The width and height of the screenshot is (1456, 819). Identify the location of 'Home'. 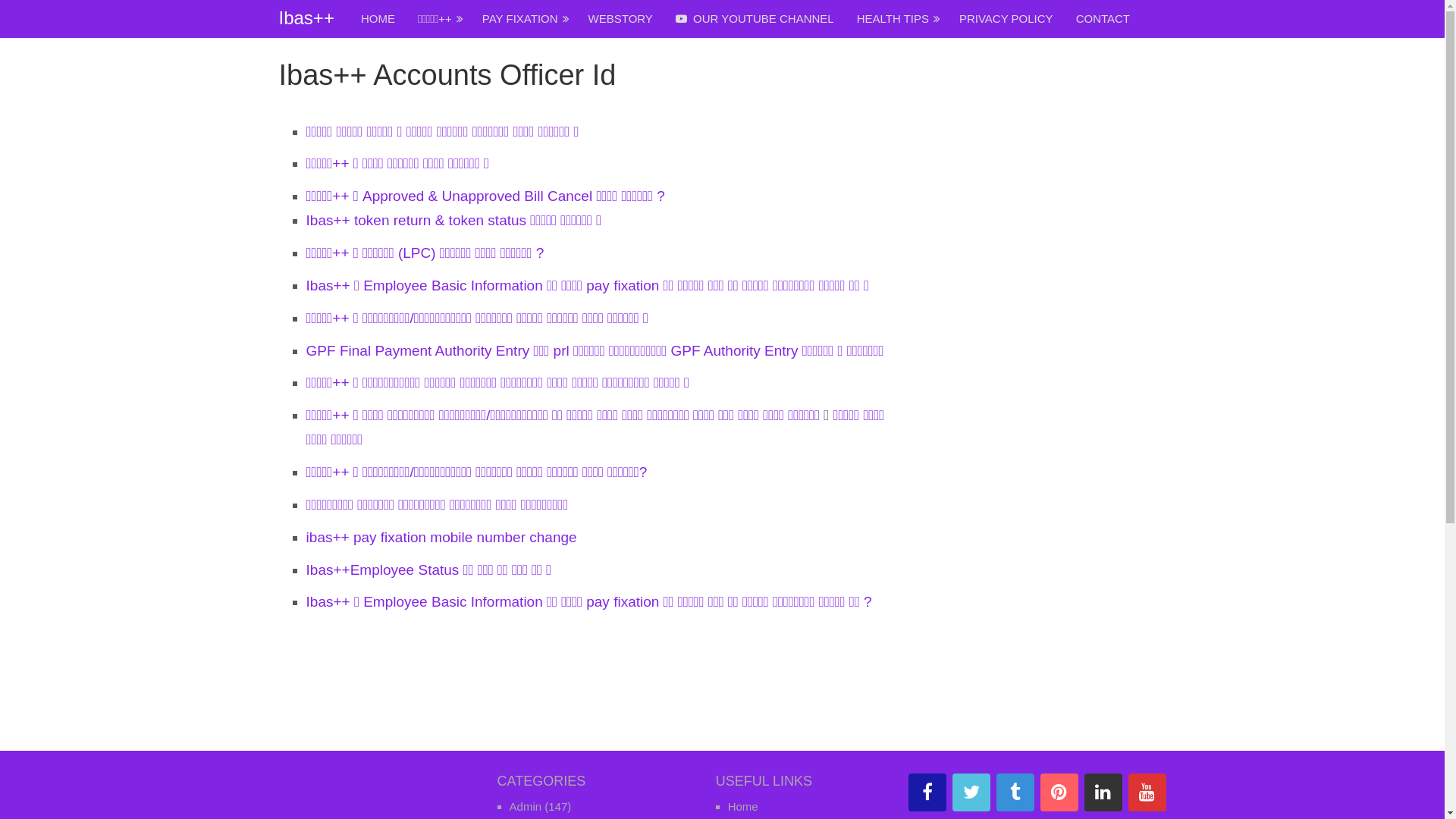
(742, 805).